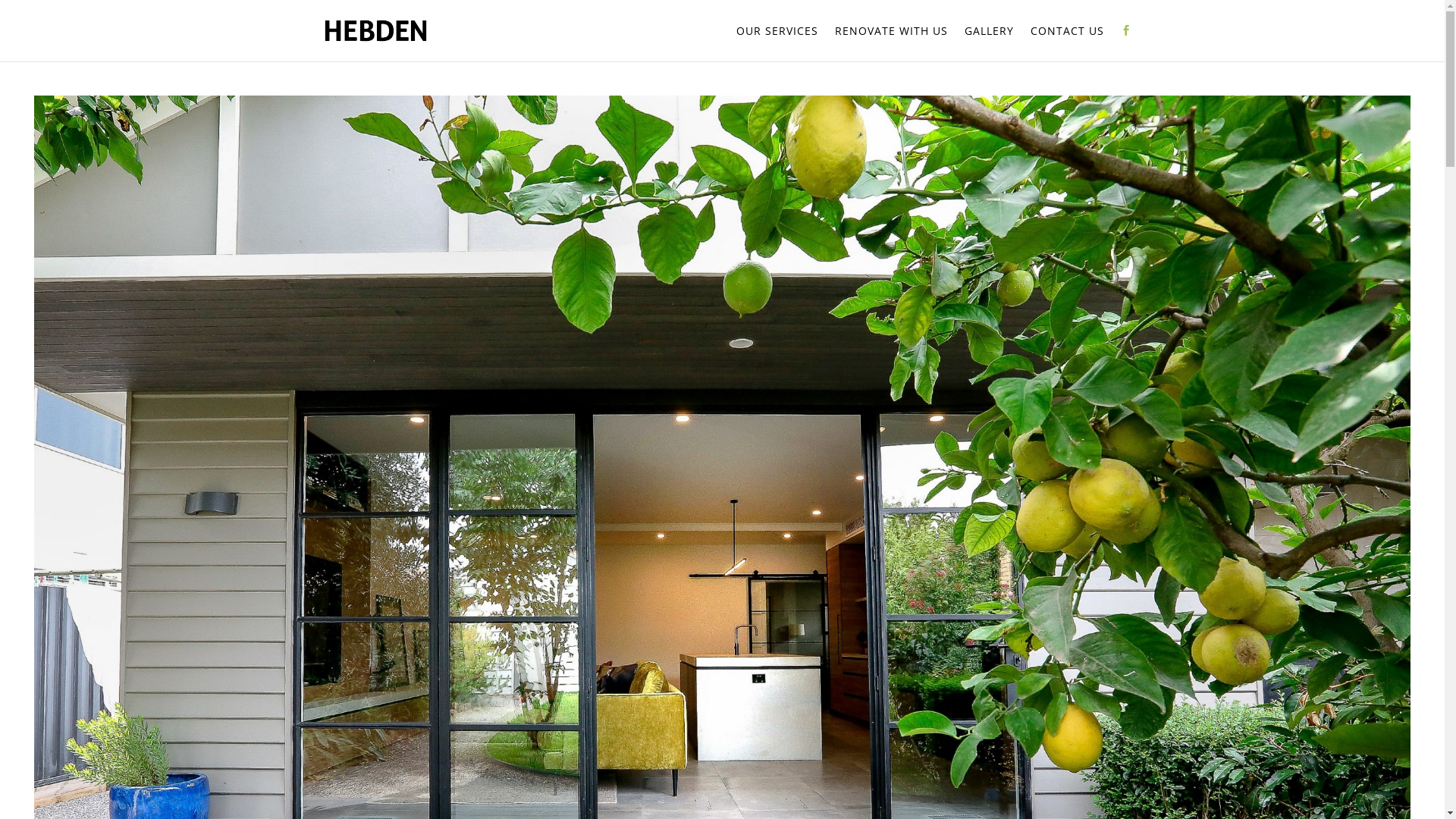  I want to click on 'OUR SERVICES', so click(735, 42).